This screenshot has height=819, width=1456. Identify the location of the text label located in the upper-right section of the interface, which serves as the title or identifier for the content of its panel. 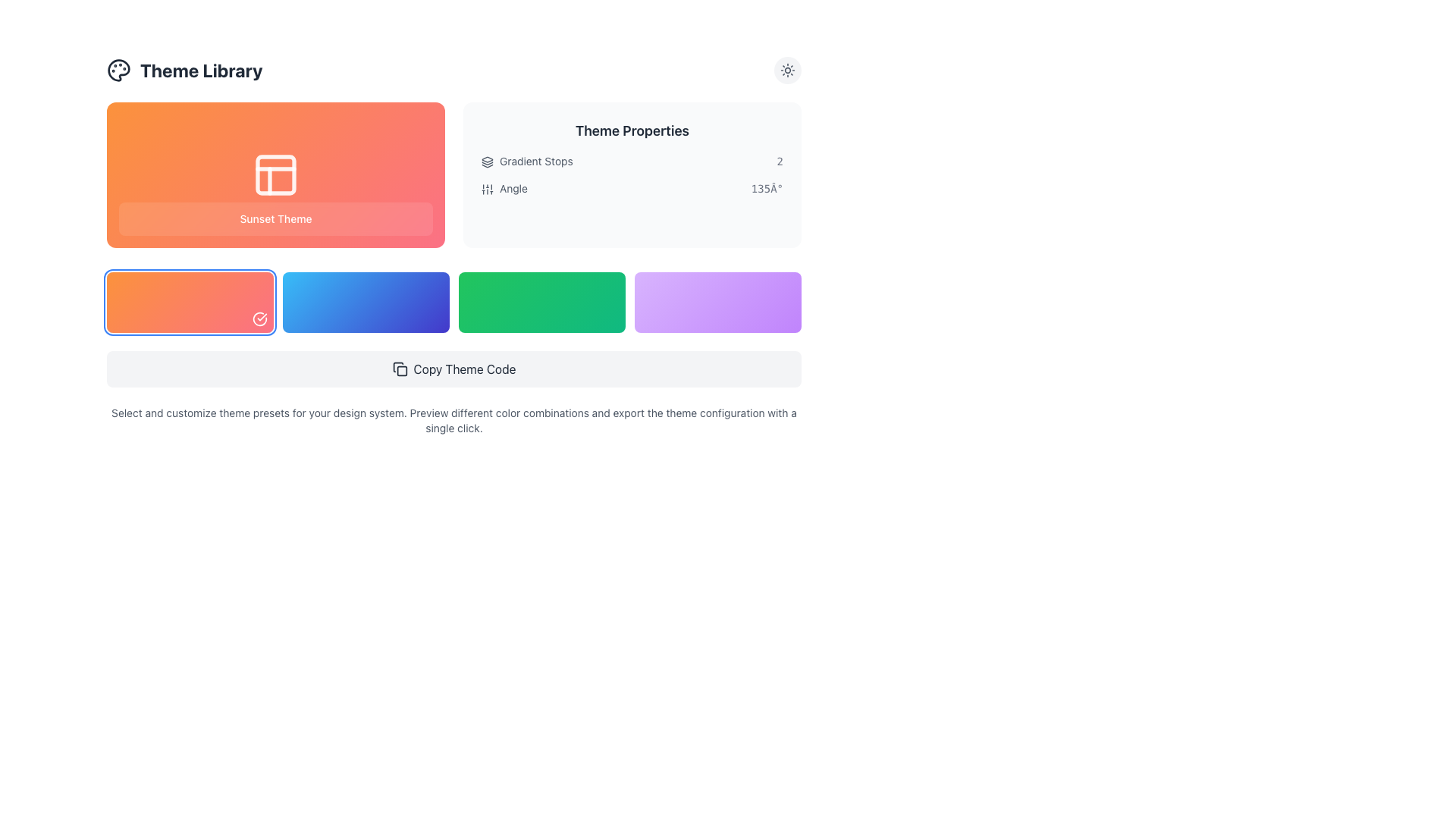
(632, 130).